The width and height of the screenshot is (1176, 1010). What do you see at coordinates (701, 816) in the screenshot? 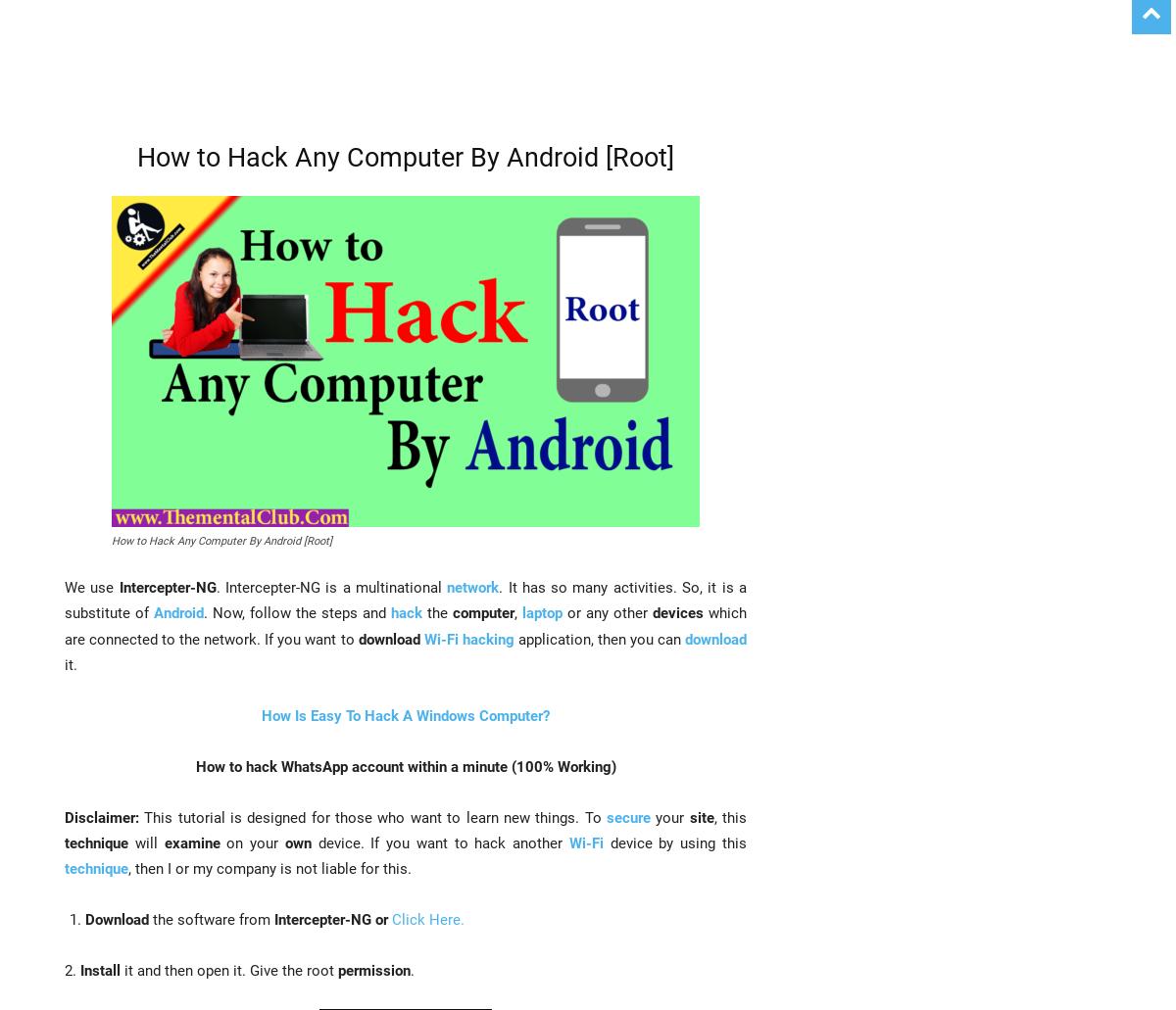
I see `'site'` at bounding box center [701, 816].